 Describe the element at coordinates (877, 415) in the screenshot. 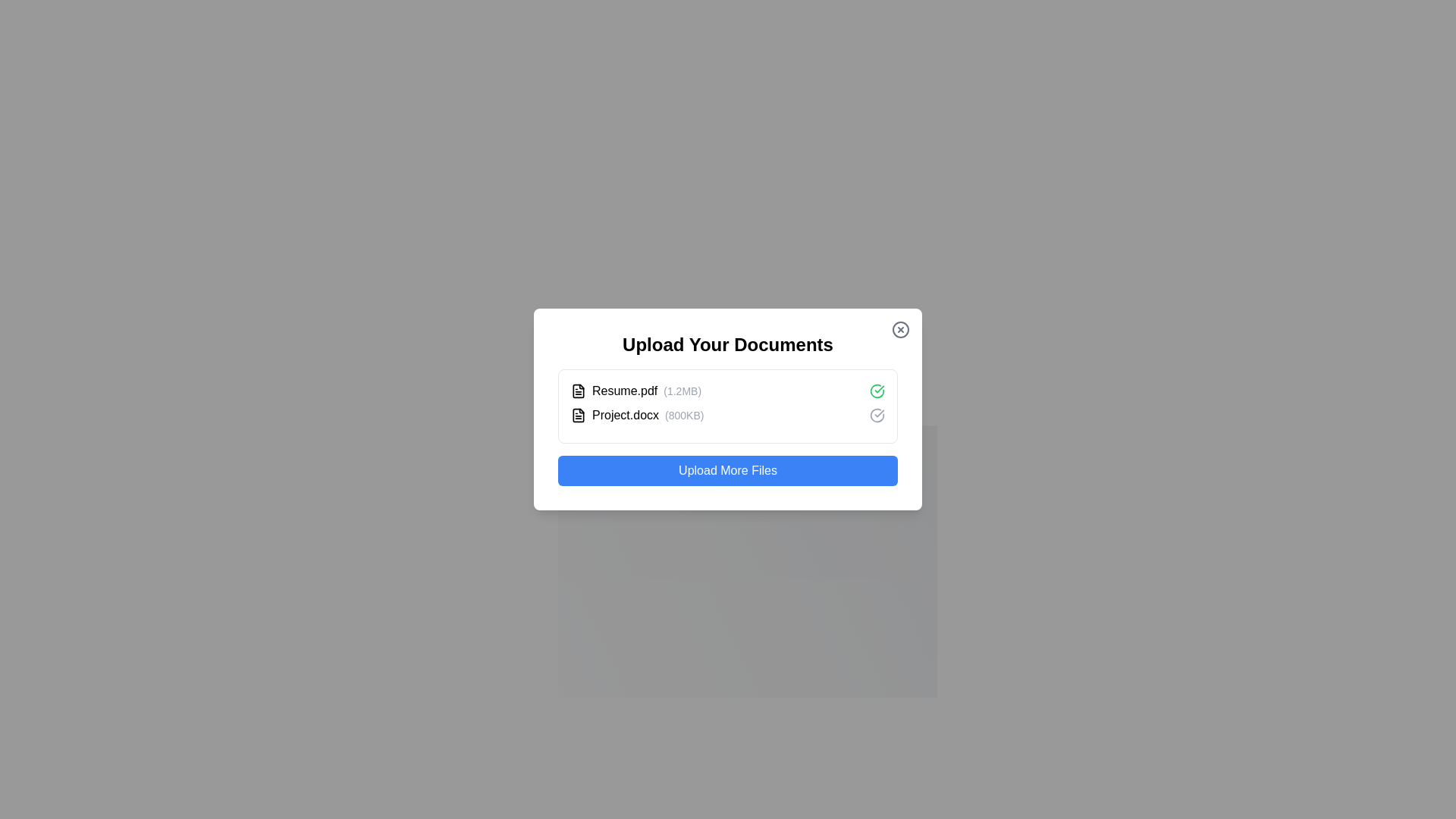

I see `the circular icon with a thin stroke and a checkmark inside, which is located to the far right of the 'Resume.pdf' file entry in the document upload interface` at that location.